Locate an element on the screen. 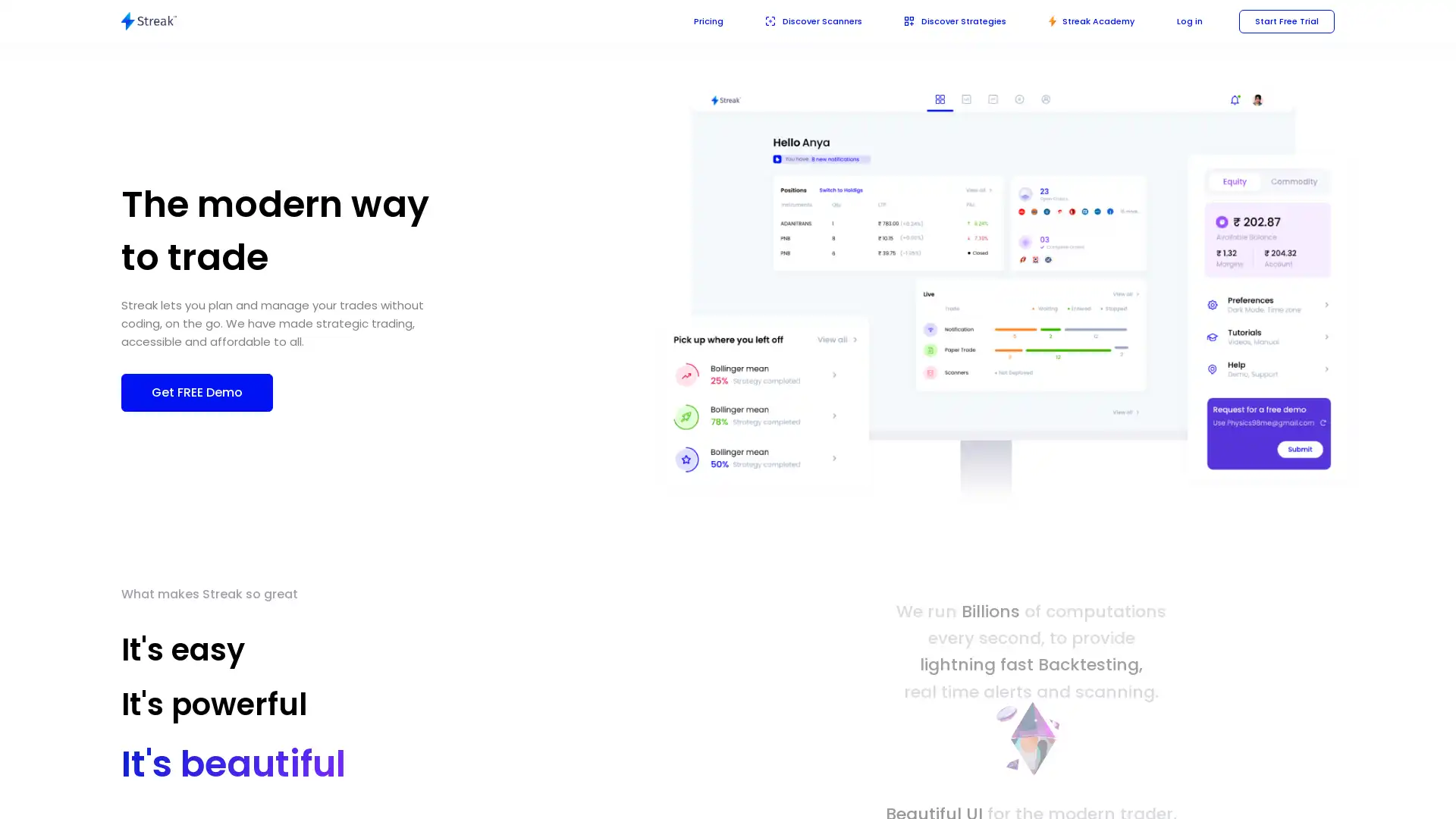 This screenshot has width=1456, height=819. Start Free Trial is located at coordinates (1284, 20).